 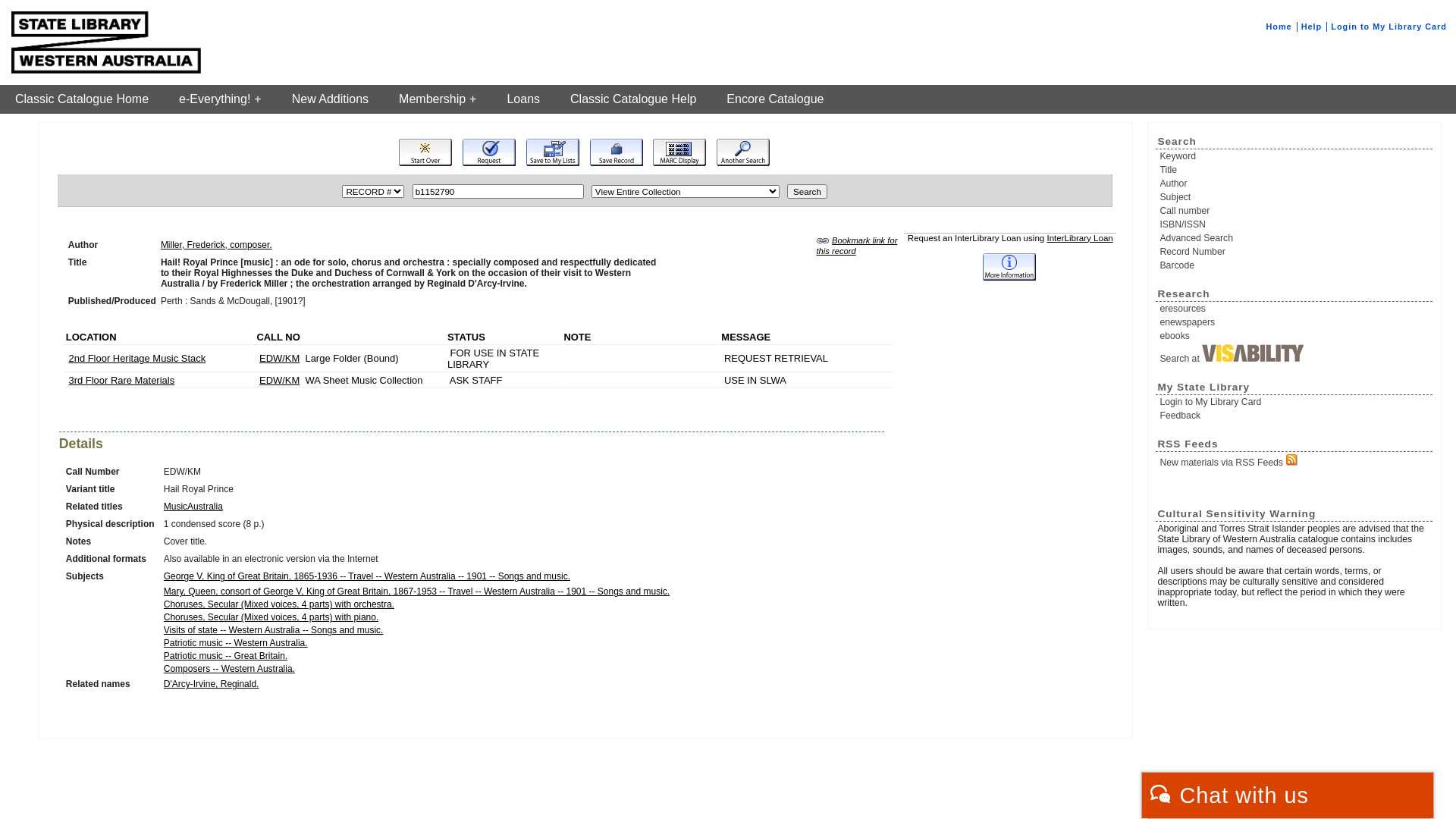 What do you see at coordinates (279, 358) in the screenshot?
I see `'EDW/KM'` at bounding box center [279, 358].